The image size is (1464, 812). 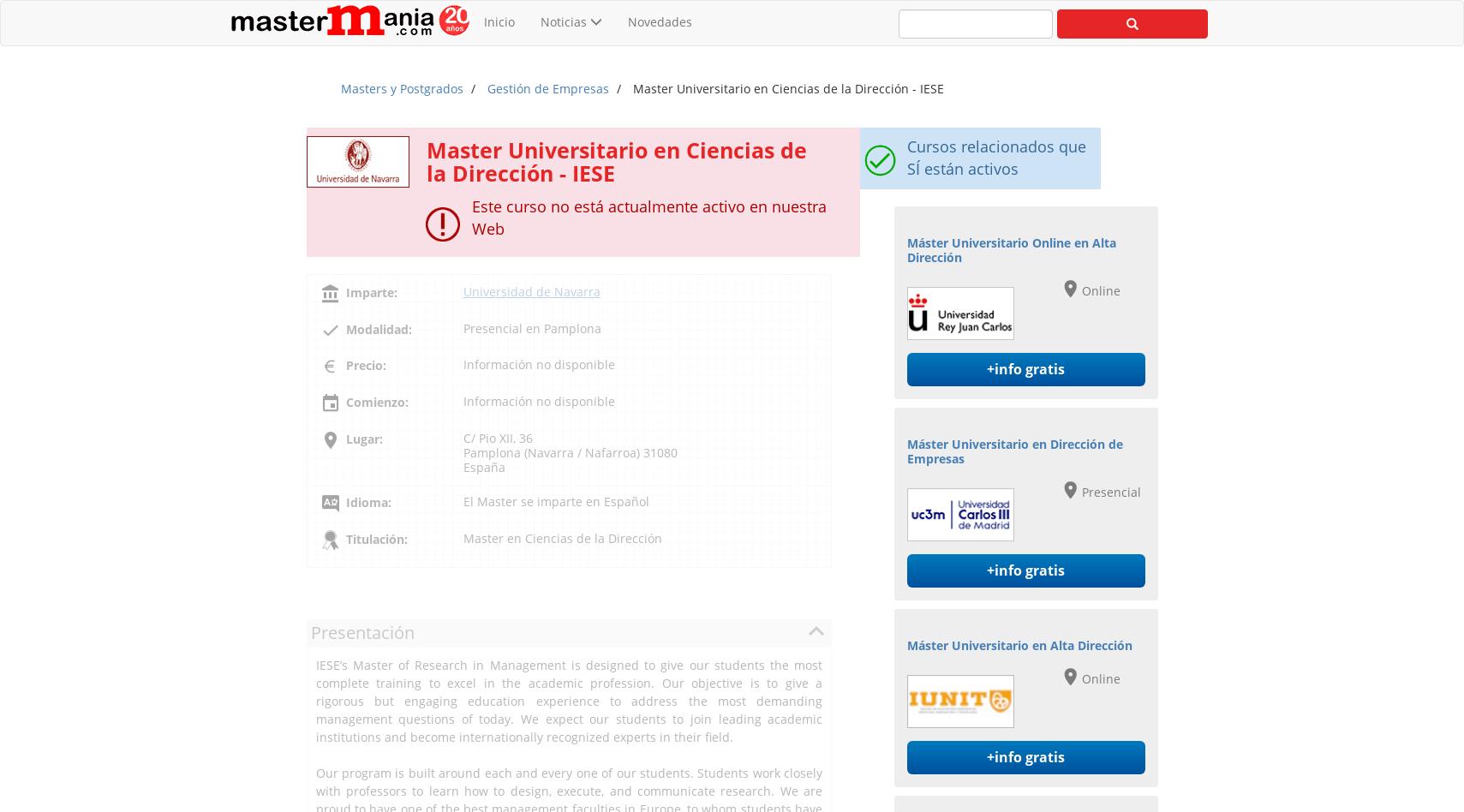 I want to click on 'Masters y Postgrados', so click(x=400, y=88).